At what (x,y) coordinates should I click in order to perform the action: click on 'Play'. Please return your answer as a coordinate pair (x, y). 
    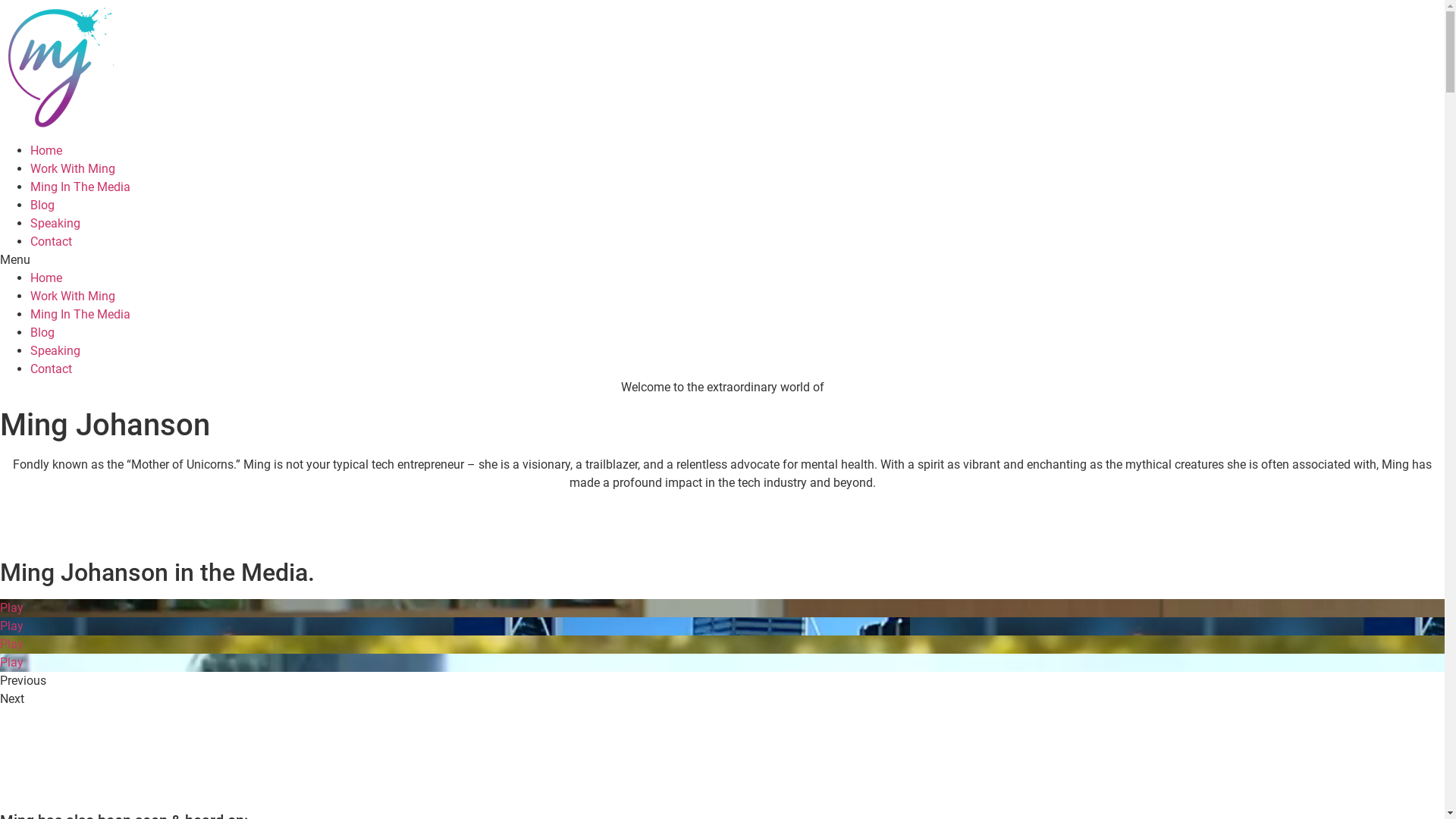
    Looking at the image, I should click on (721, 644).